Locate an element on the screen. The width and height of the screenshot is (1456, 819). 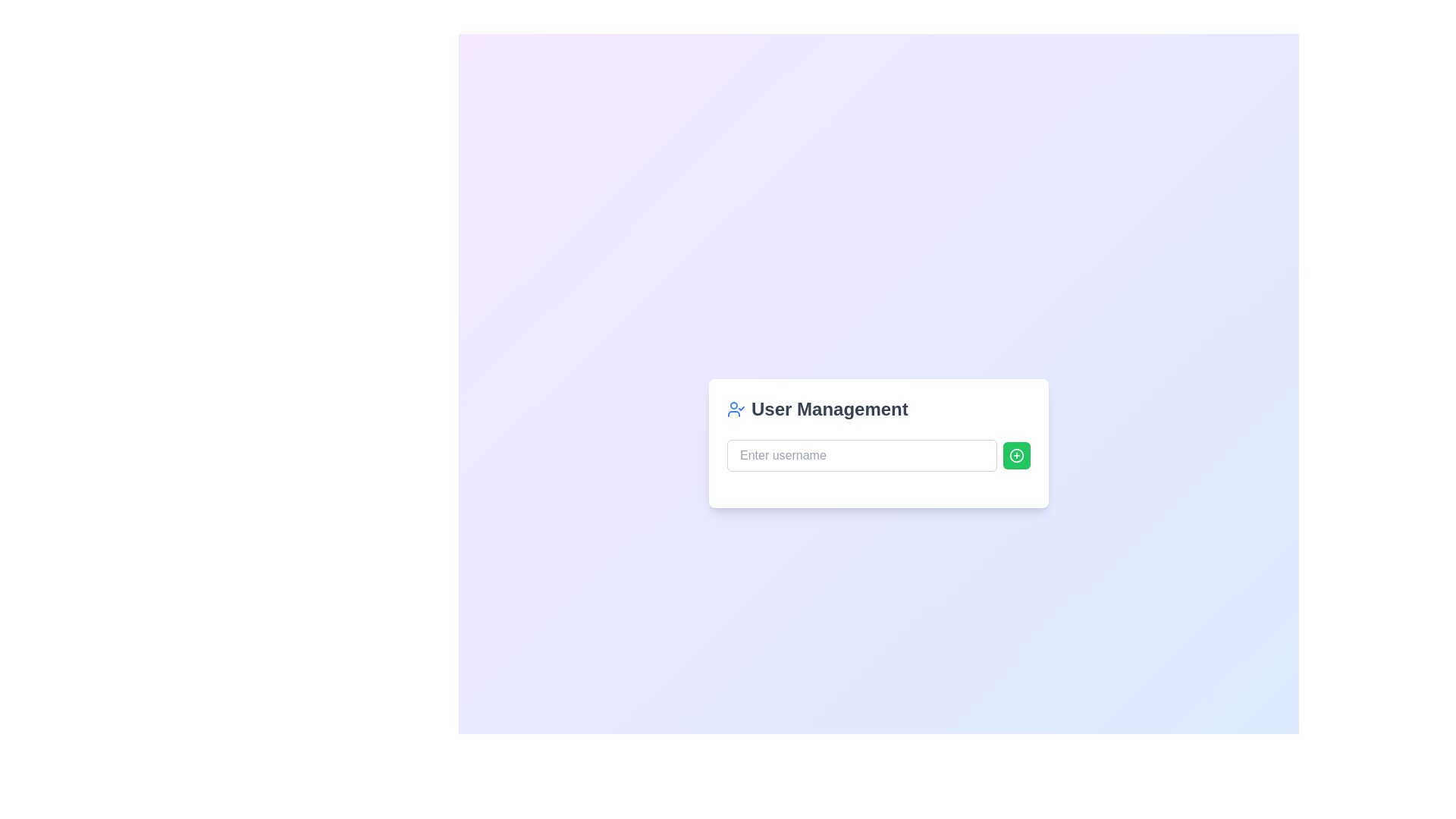
the action icon embedded in the green button is located at coordinates (1016, 455).